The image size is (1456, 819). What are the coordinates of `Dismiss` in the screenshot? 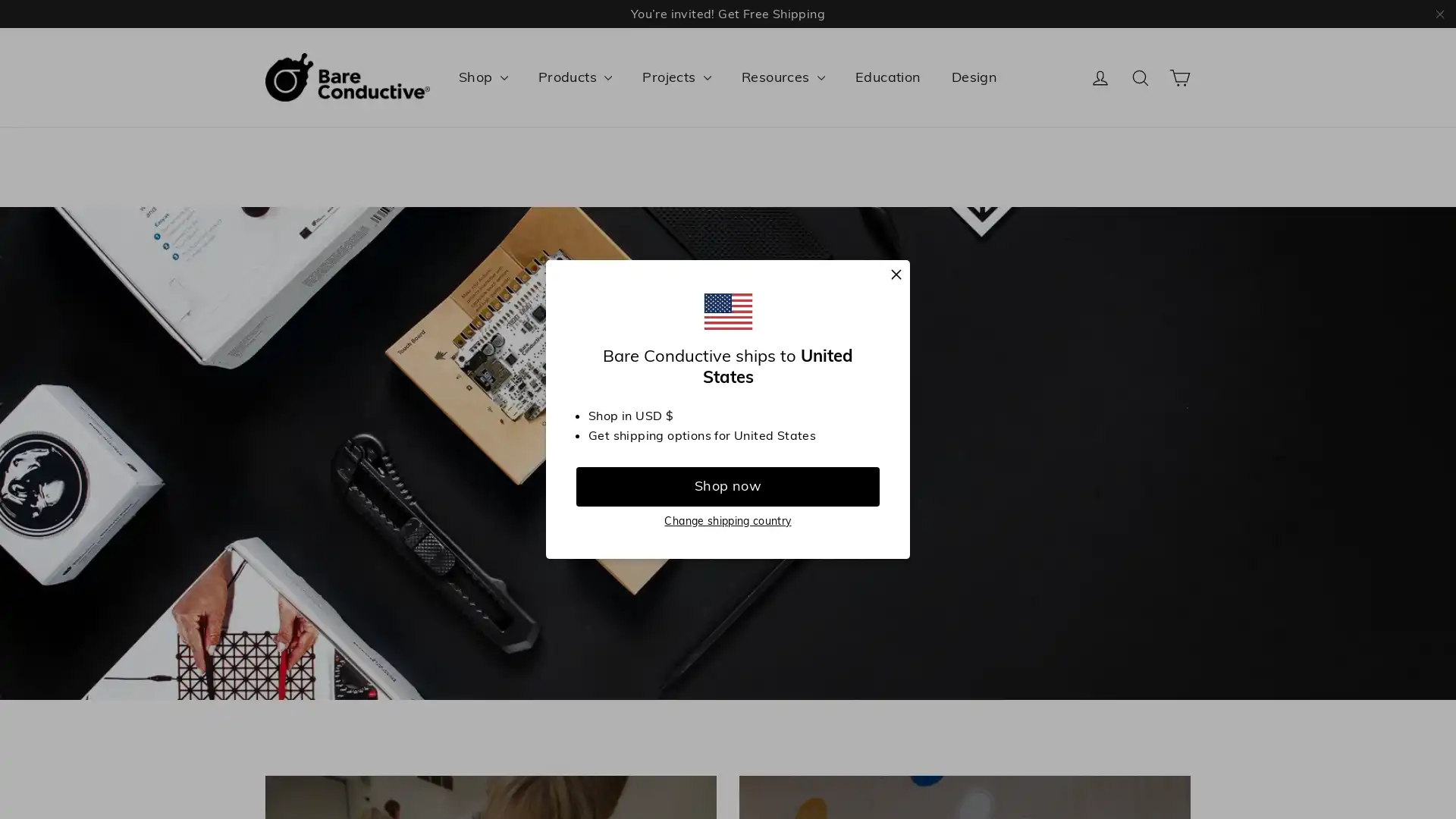 It's located at (896, 275).